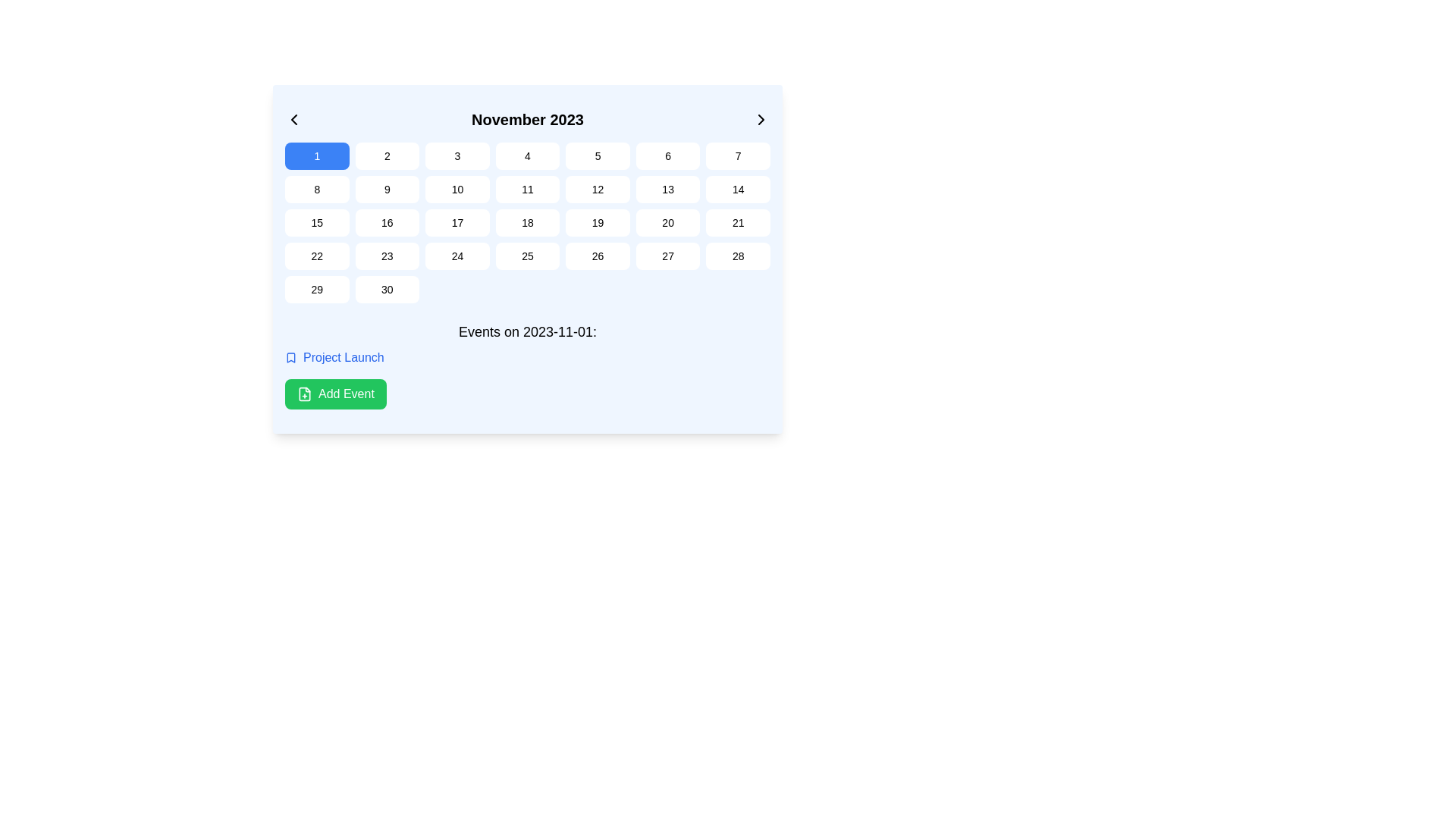  I want to click on the file icon with a plus sign, which is part of the green 'Add Event' button, so click(304, 394).